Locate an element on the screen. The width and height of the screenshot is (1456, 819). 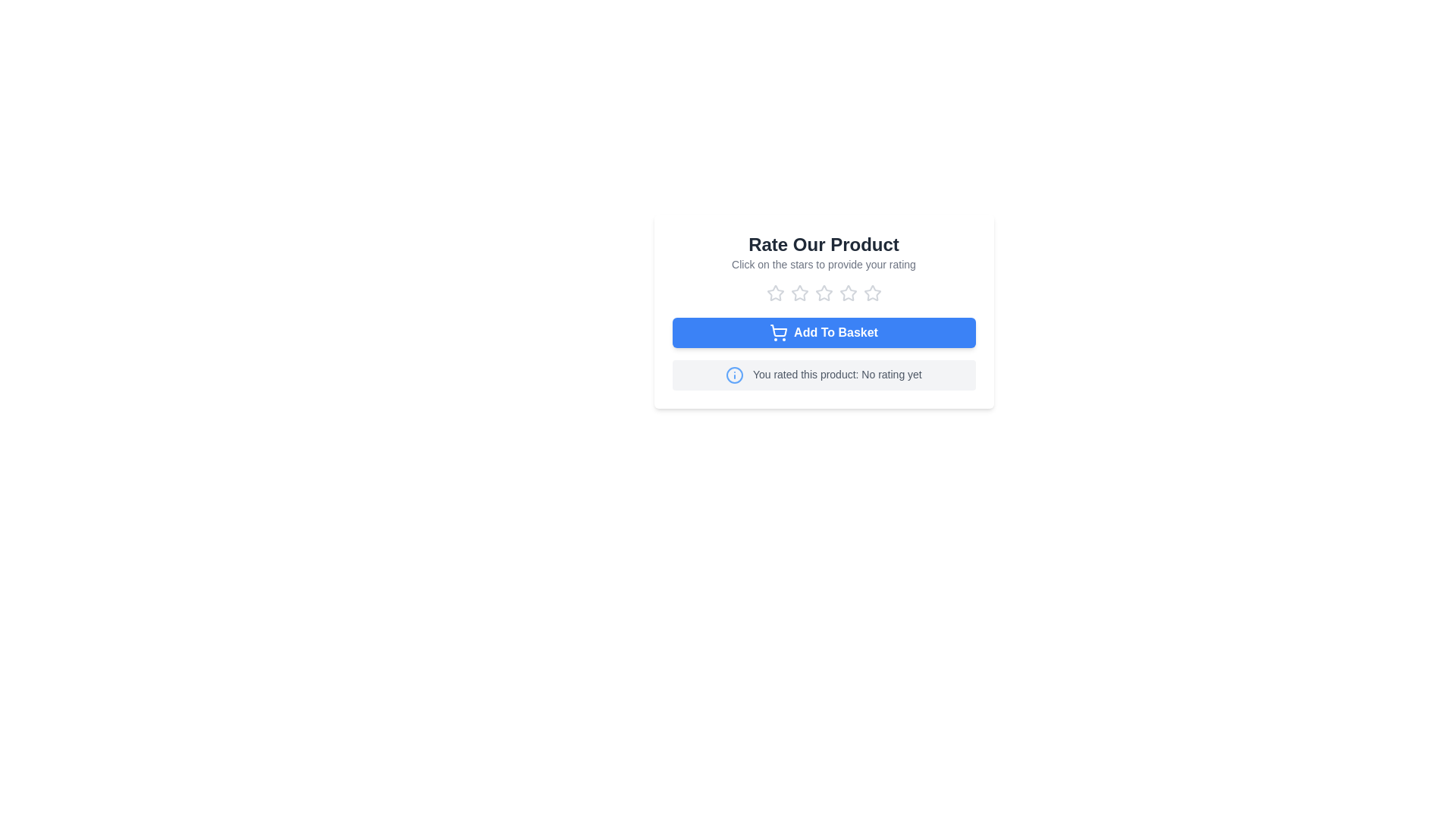
the third SVG star icon in the horizontal row of five star icons, styled in light gray, indicating an unselected state, located at the upper section of the card interface is located at coordinates (823, 293).